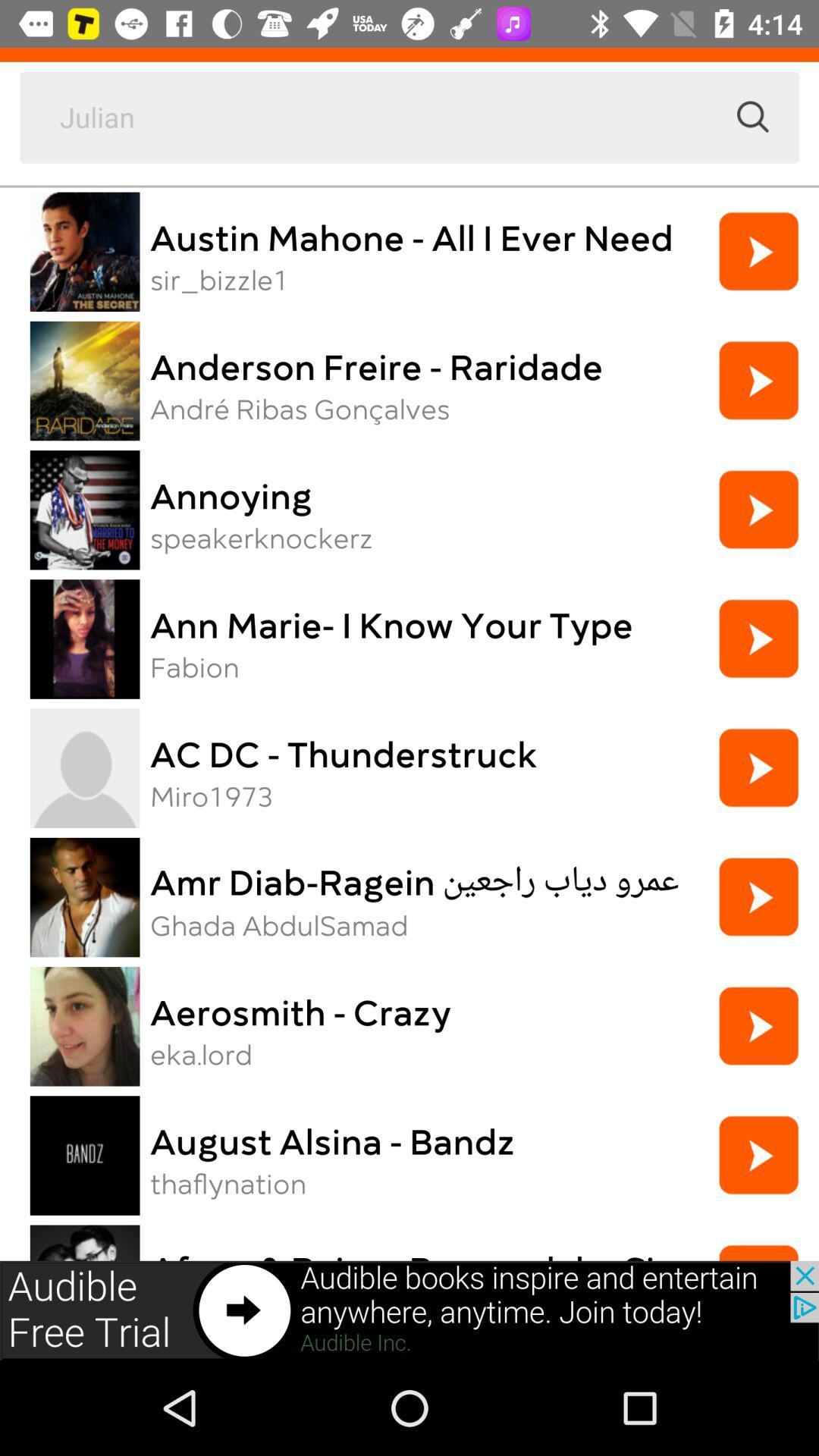  Describe the element at coordinates (409, 1310) in the screenshot. I see `open advertisement` at that location.